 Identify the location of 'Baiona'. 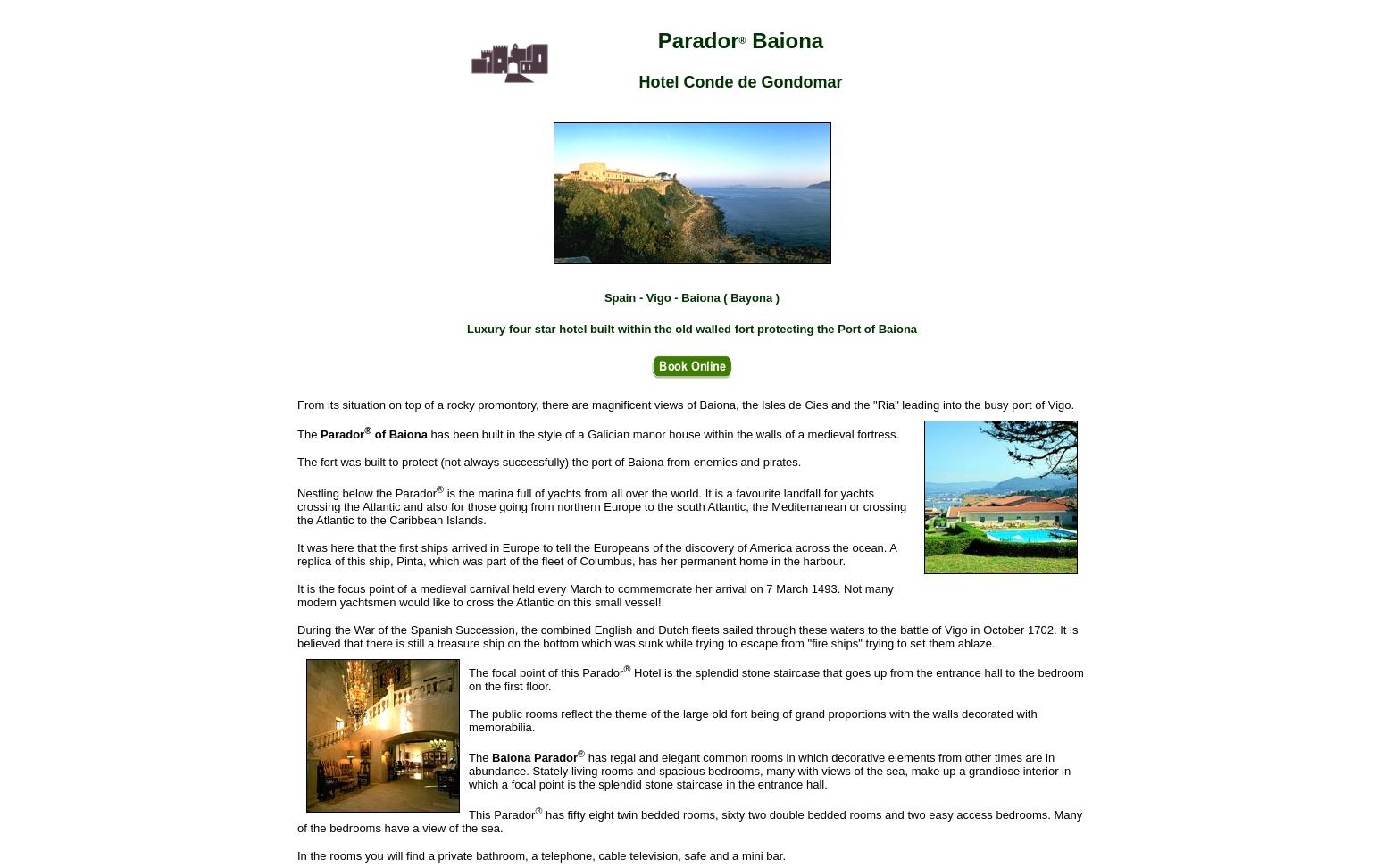
(784, 40).